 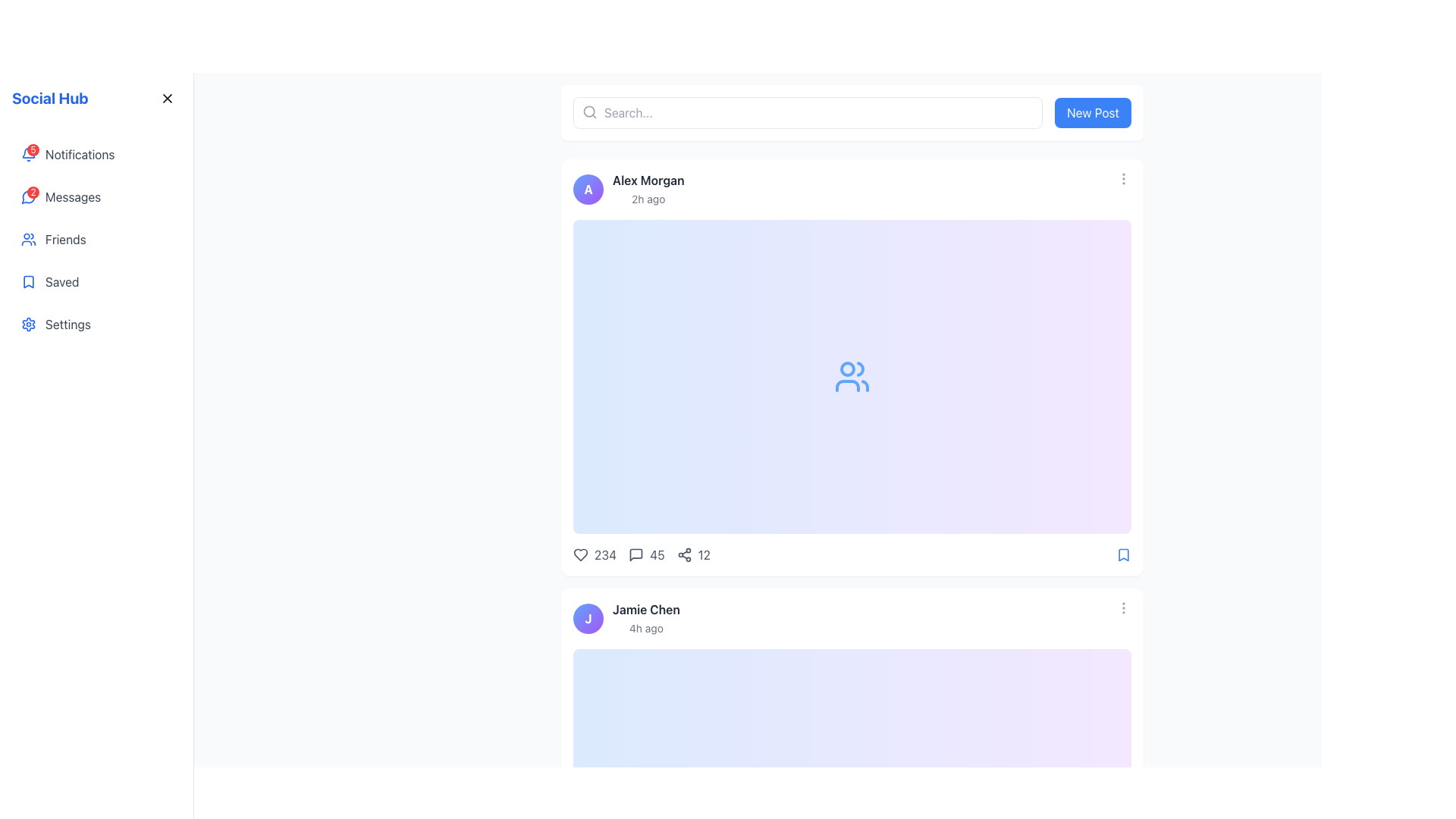 I want to click on the 'Settings' text label, which is styled in gray and is part of a clickable menu item in the left sidebar, so click(x=67, y=324).